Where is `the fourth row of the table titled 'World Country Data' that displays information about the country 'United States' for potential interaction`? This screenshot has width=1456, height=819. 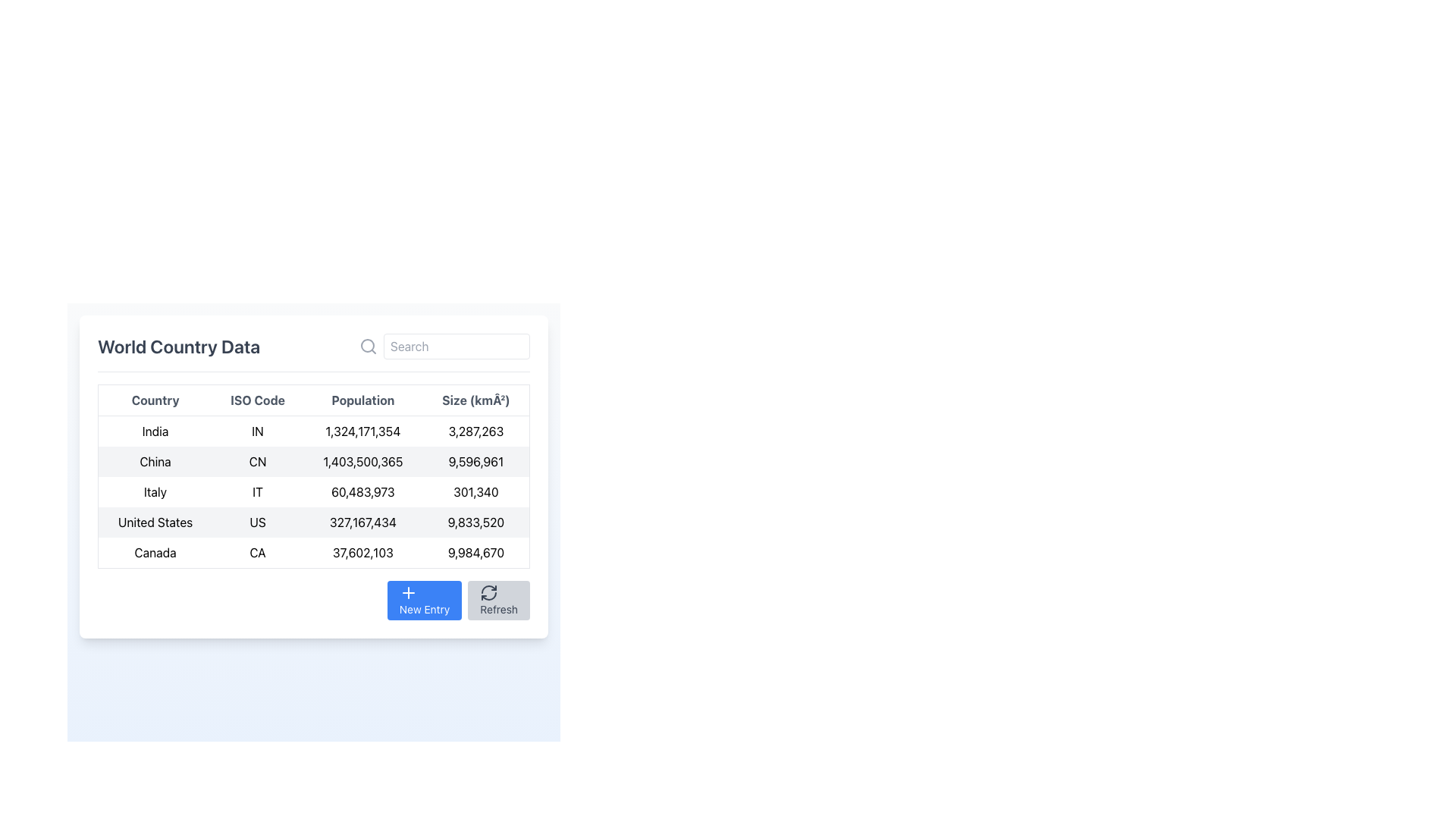
the fourth row of the table titled 'World Country Data' that displays information about the country 'United States' for potential interaction is located at coordinates (312, 522).